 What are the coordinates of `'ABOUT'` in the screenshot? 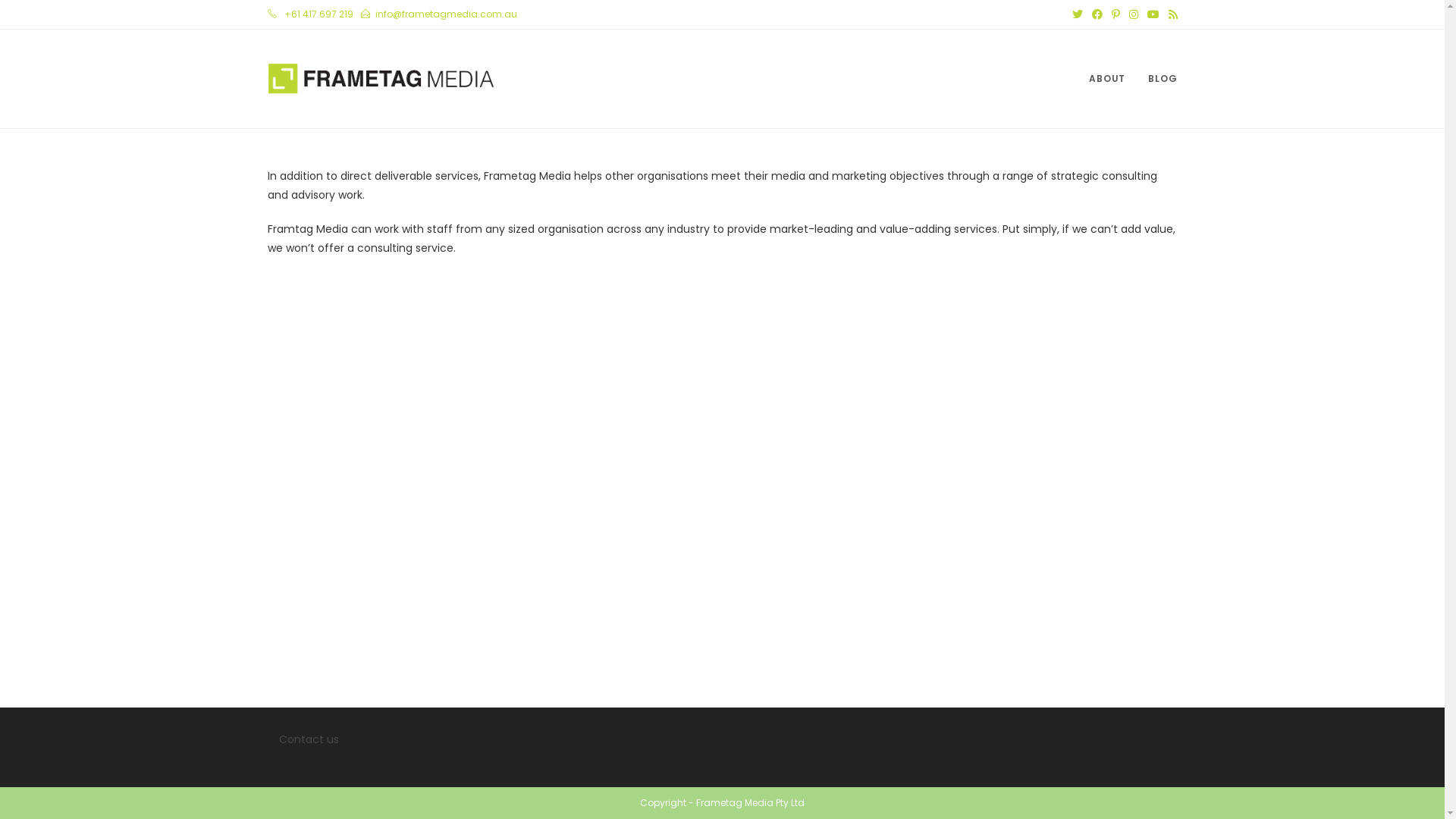 It's located at (1106, 79).